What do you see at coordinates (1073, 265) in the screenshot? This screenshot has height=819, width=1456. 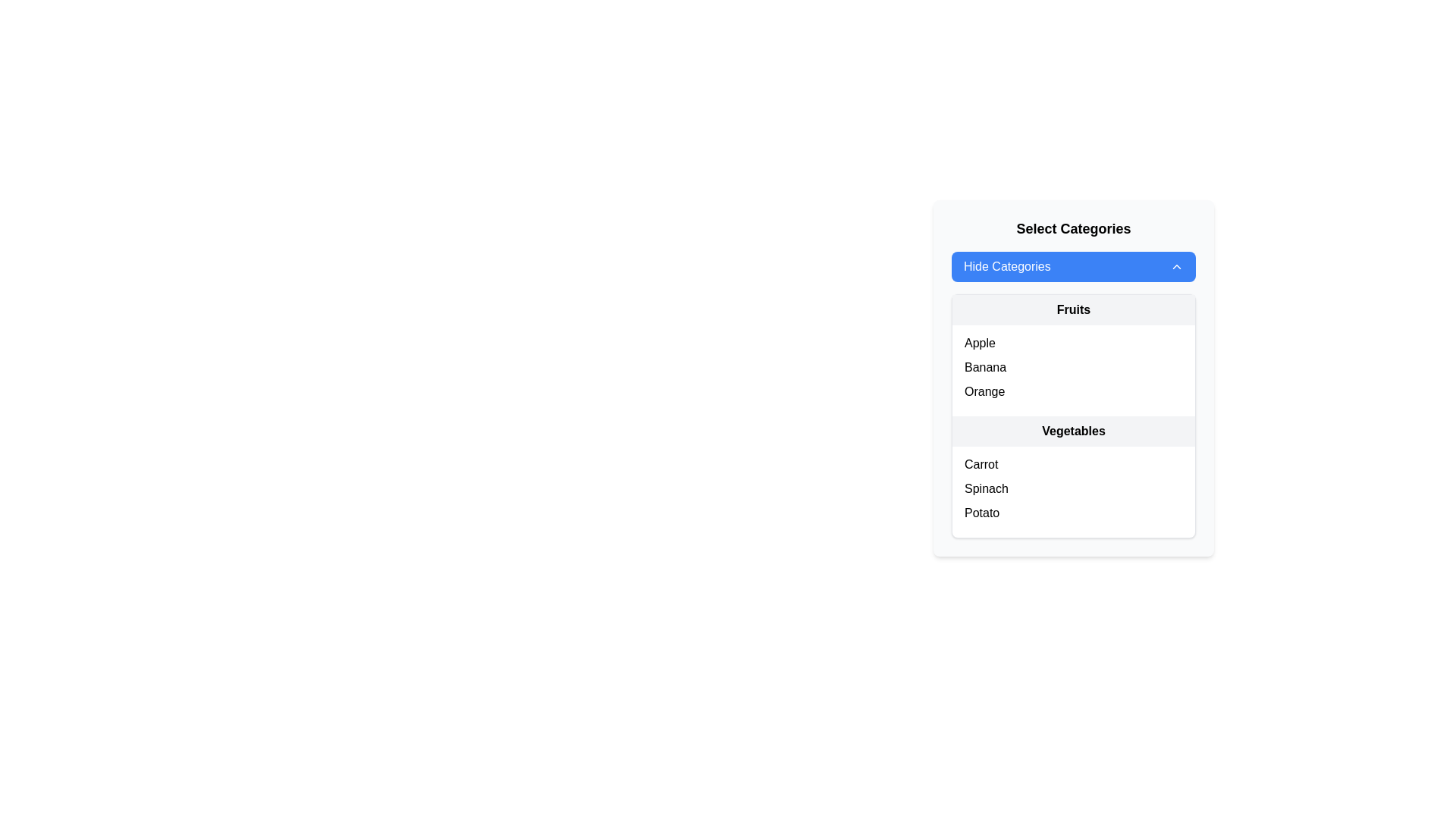 I see `the button that toggles the visibility of the categories listed below it, located beneath the heading 'Select Categories'` at bounding box center [1073, 265].